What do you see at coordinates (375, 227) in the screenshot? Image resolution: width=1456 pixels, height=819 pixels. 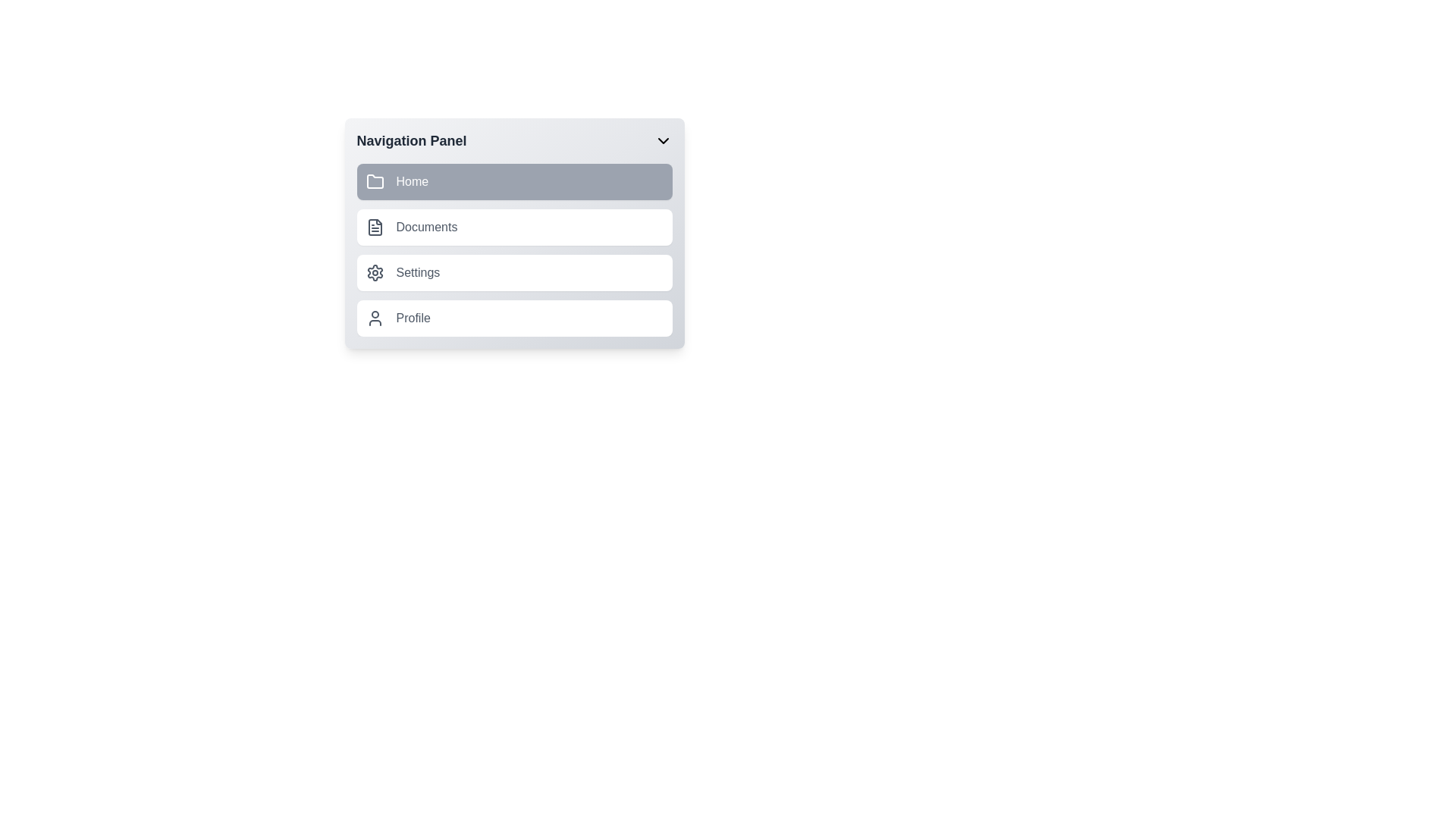 I see `the 'Documents' icon located as the second icon in the vertical list of the navigation panel` at bounding box center [375, 227].